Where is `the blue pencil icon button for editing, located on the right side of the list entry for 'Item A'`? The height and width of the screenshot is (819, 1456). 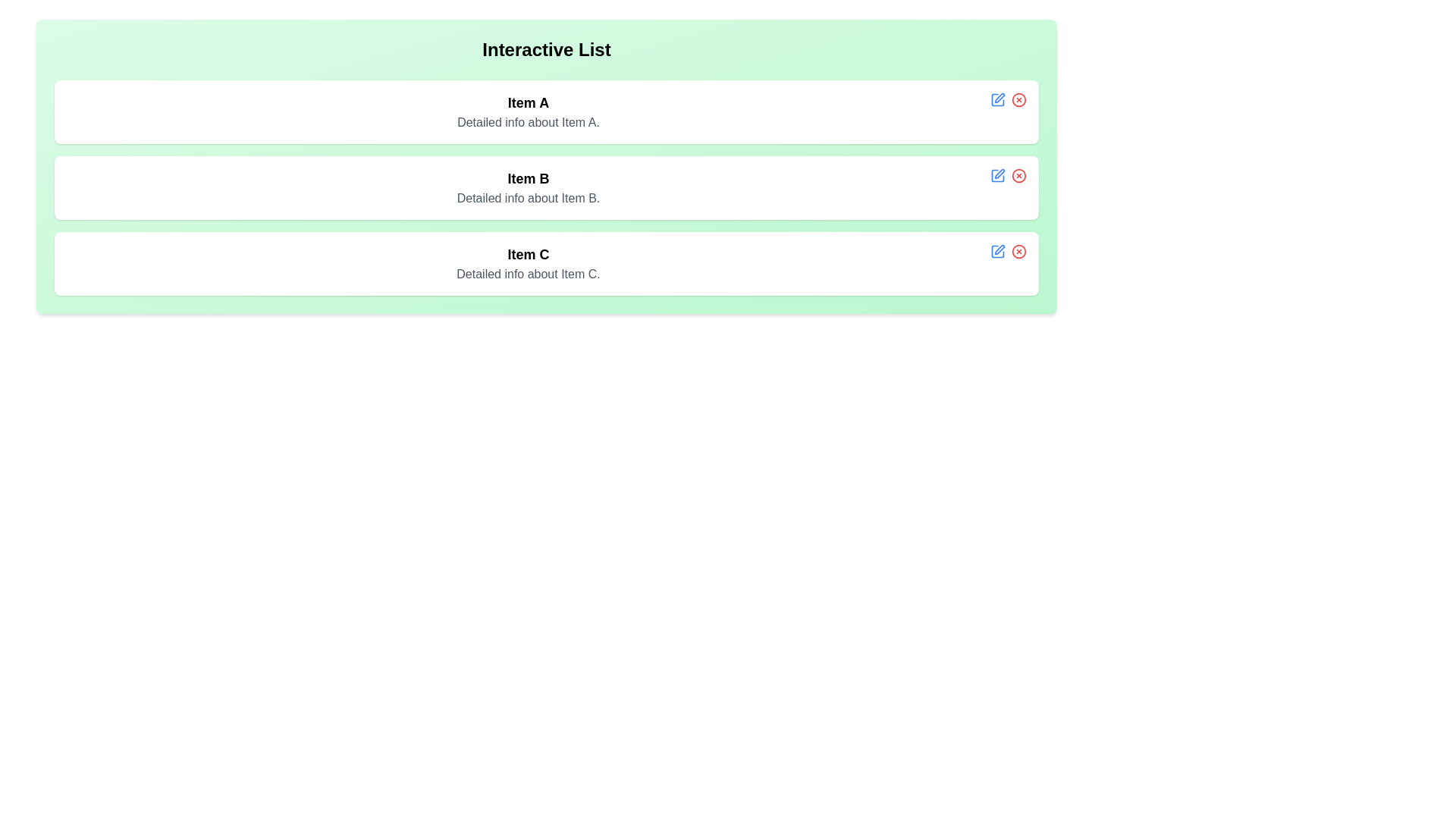
the blue pencil icon button for editing, located on the right side of the list entry for 'Item A' is located at coordinates (997, 99).